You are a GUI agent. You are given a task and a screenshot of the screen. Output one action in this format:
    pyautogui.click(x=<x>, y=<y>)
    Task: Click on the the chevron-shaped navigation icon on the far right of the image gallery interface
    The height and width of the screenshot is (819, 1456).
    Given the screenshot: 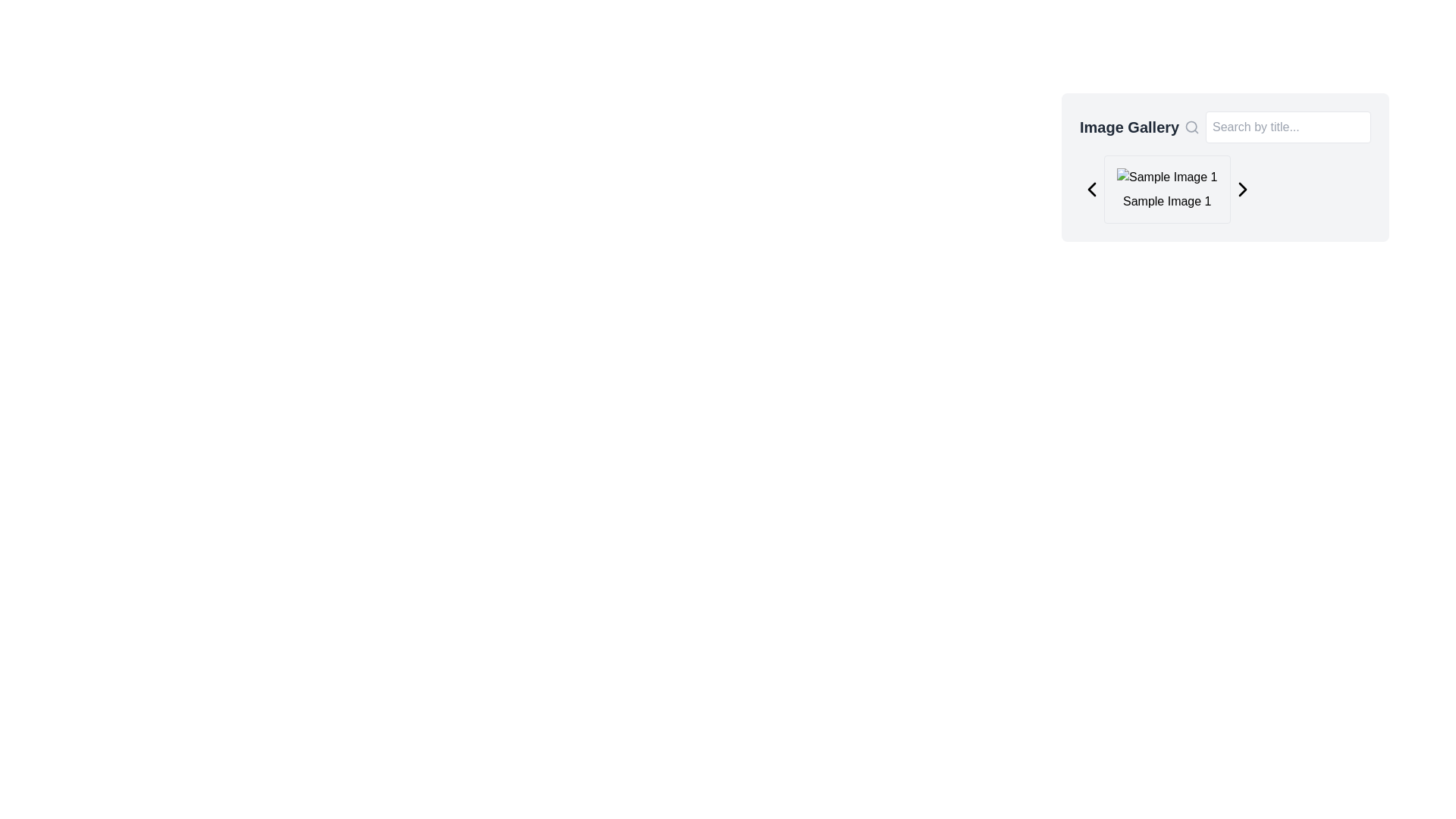 What is the action you would take?
    pyautogui.click(x=1242, y=189)
    